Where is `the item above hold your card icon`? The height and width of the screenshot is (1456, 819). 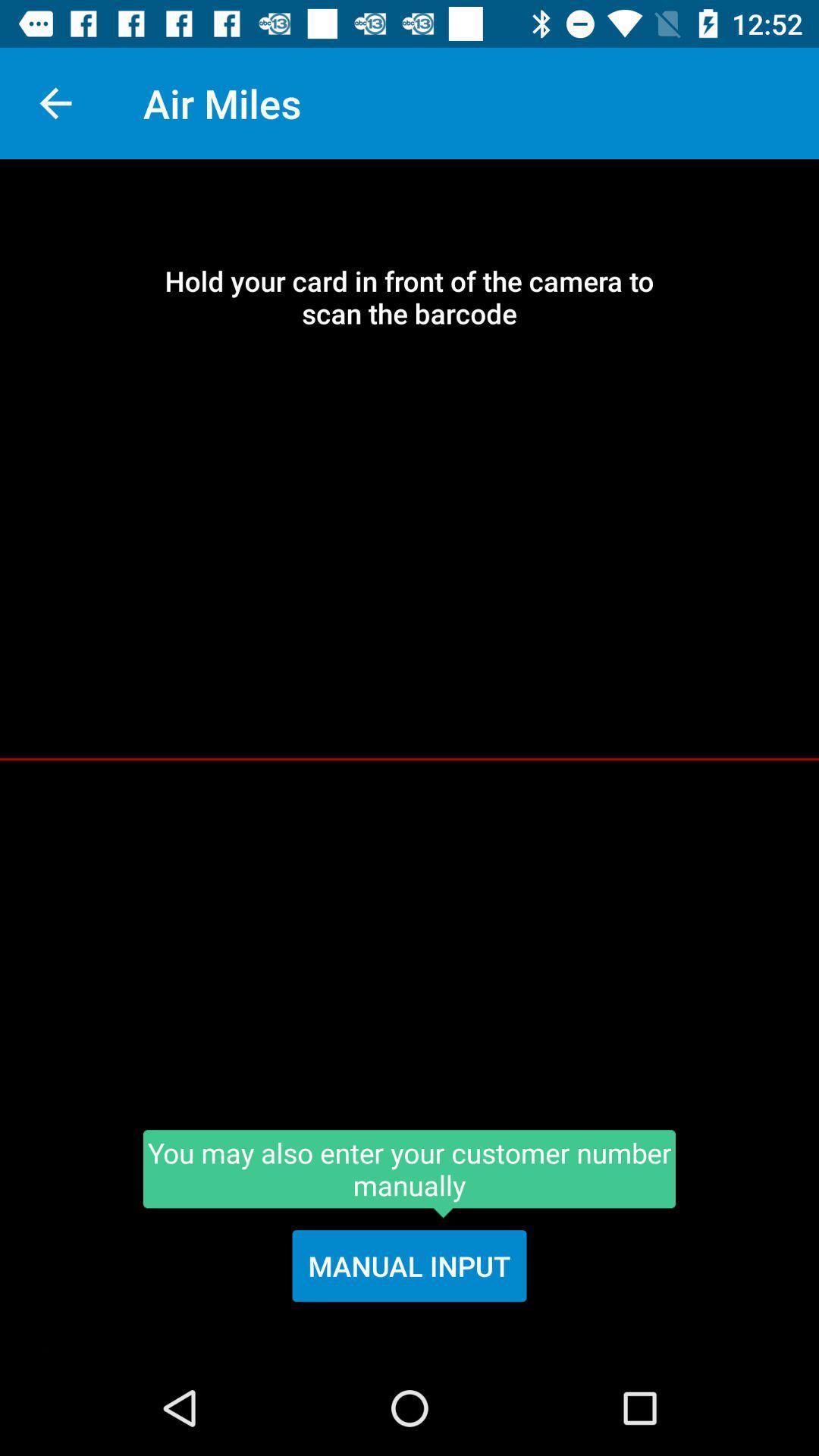 the item above hold your card icon is located at coordinates (55, 102).